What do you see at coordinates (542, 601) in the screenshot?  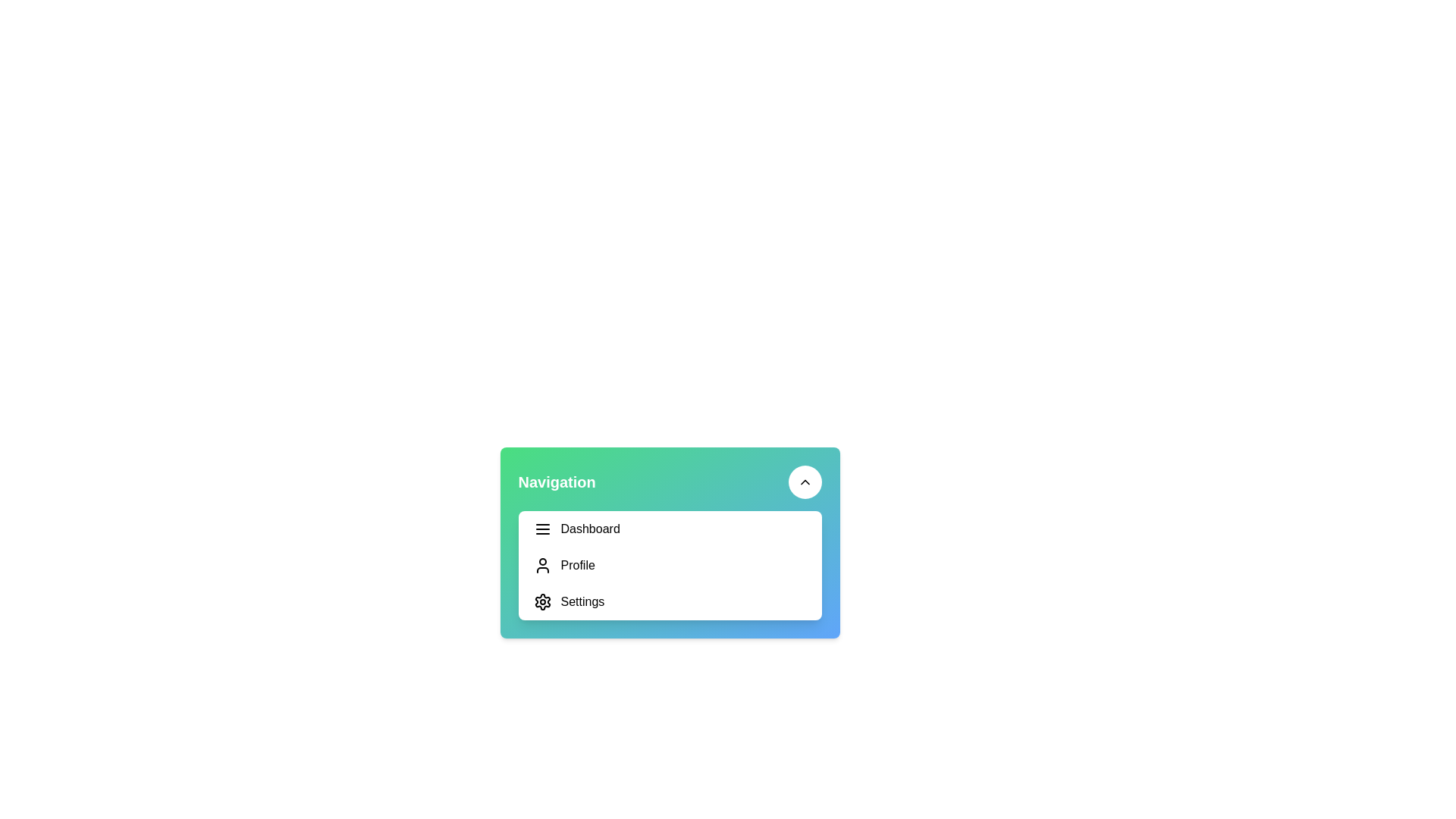 I see `the cogwheel-shaped icon associated with settings, located next to the 'Settings' option in the navigation menu at the bottom of the list` at bounding box center [542, 601].